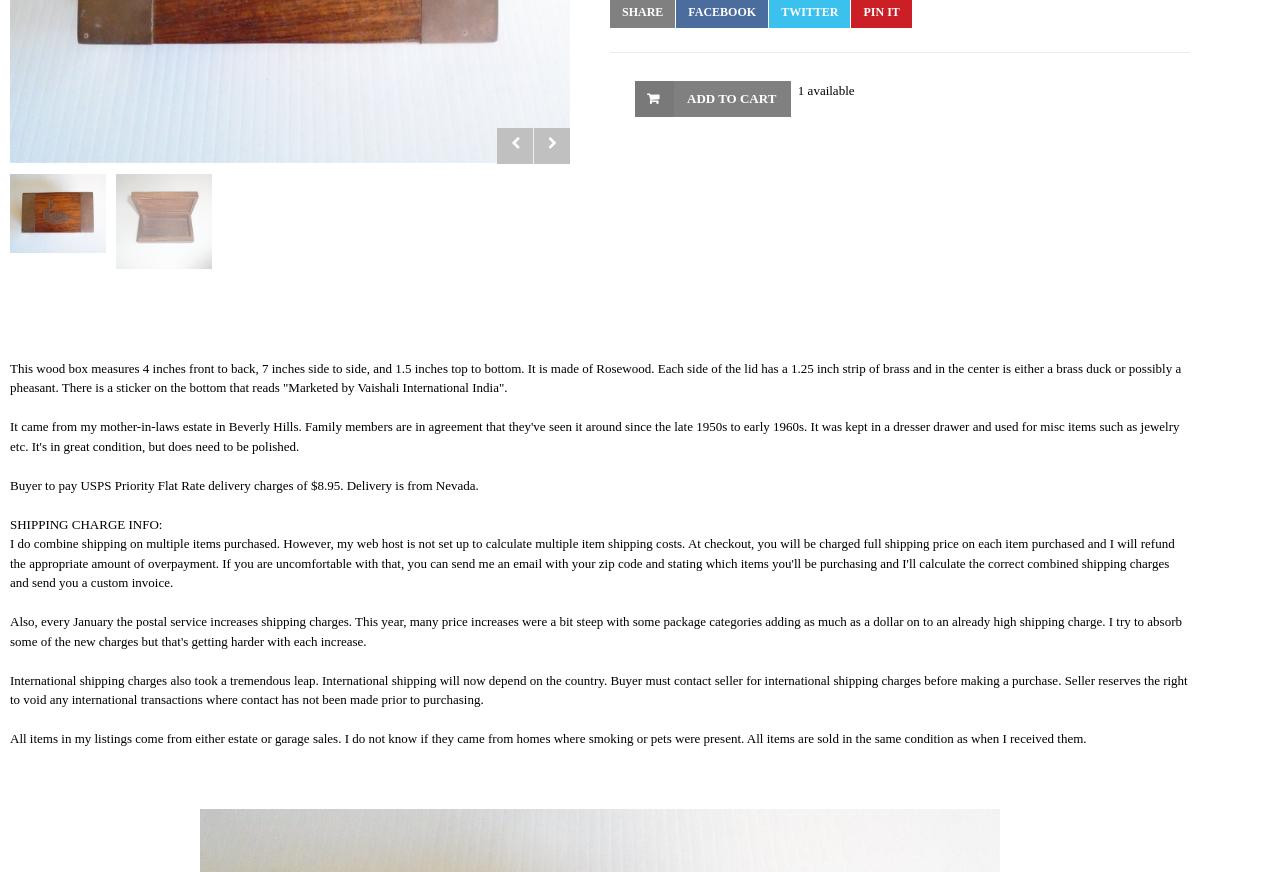 The image size is (1280, 872). Describe the element at coordinates (9, 436) in the screenshot. I see `'It came from my mother-in-laws estate in Beverly Hills. Family members are in agreement that they've seen it around since the late 1950s to early 1960s. It was kept in a dresser drawer and used for misc items such as jewelry etc. It's in great condition, but does need to be polished.'` at that location.